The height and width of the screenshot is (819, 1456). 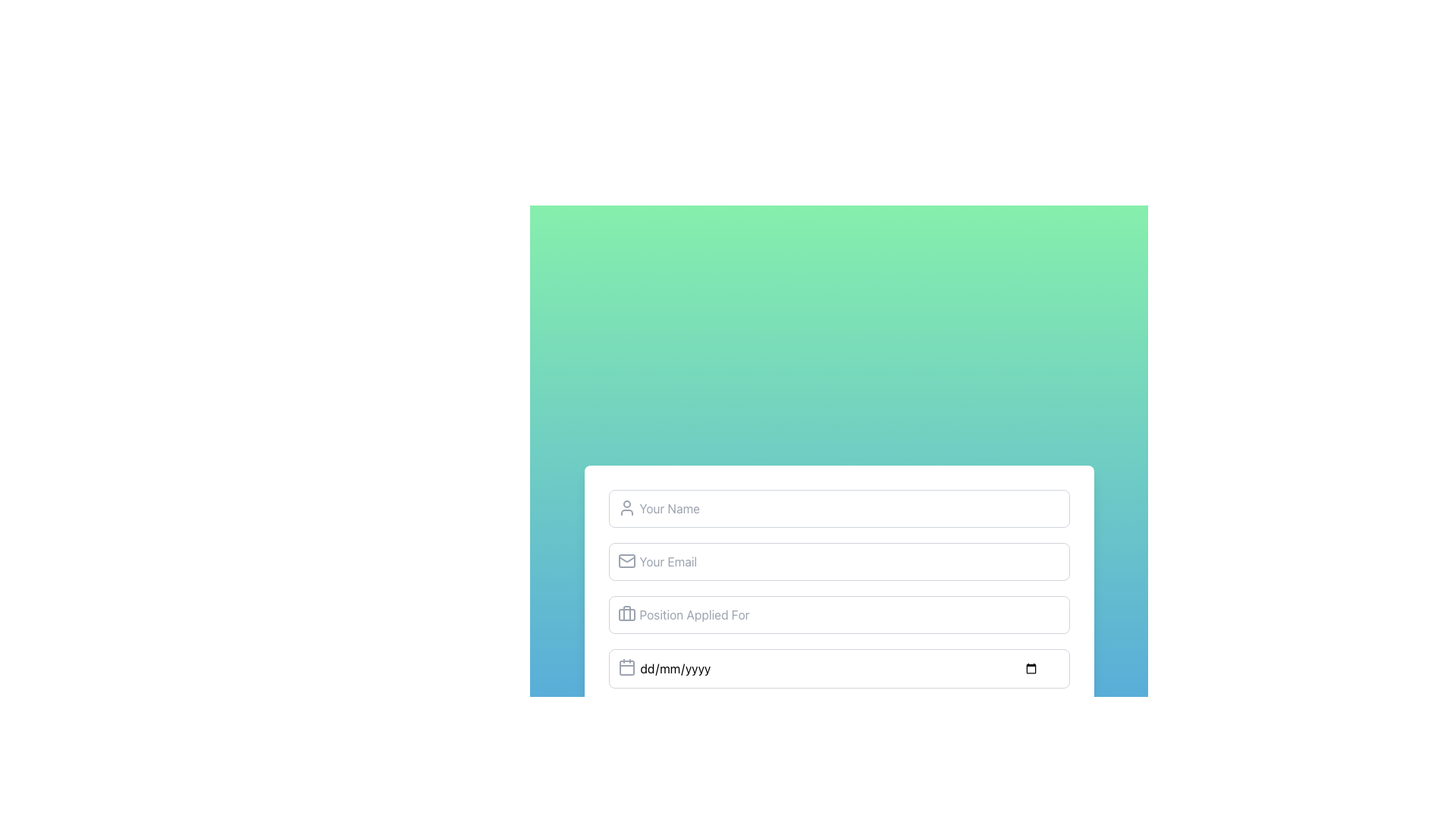 What do you see at coordinates (626, 561) in the screenshot?
I see `the email address icon located to the left of the 'Your Email' input field, which visually represents email-related input` at bounding box center [626, 561].